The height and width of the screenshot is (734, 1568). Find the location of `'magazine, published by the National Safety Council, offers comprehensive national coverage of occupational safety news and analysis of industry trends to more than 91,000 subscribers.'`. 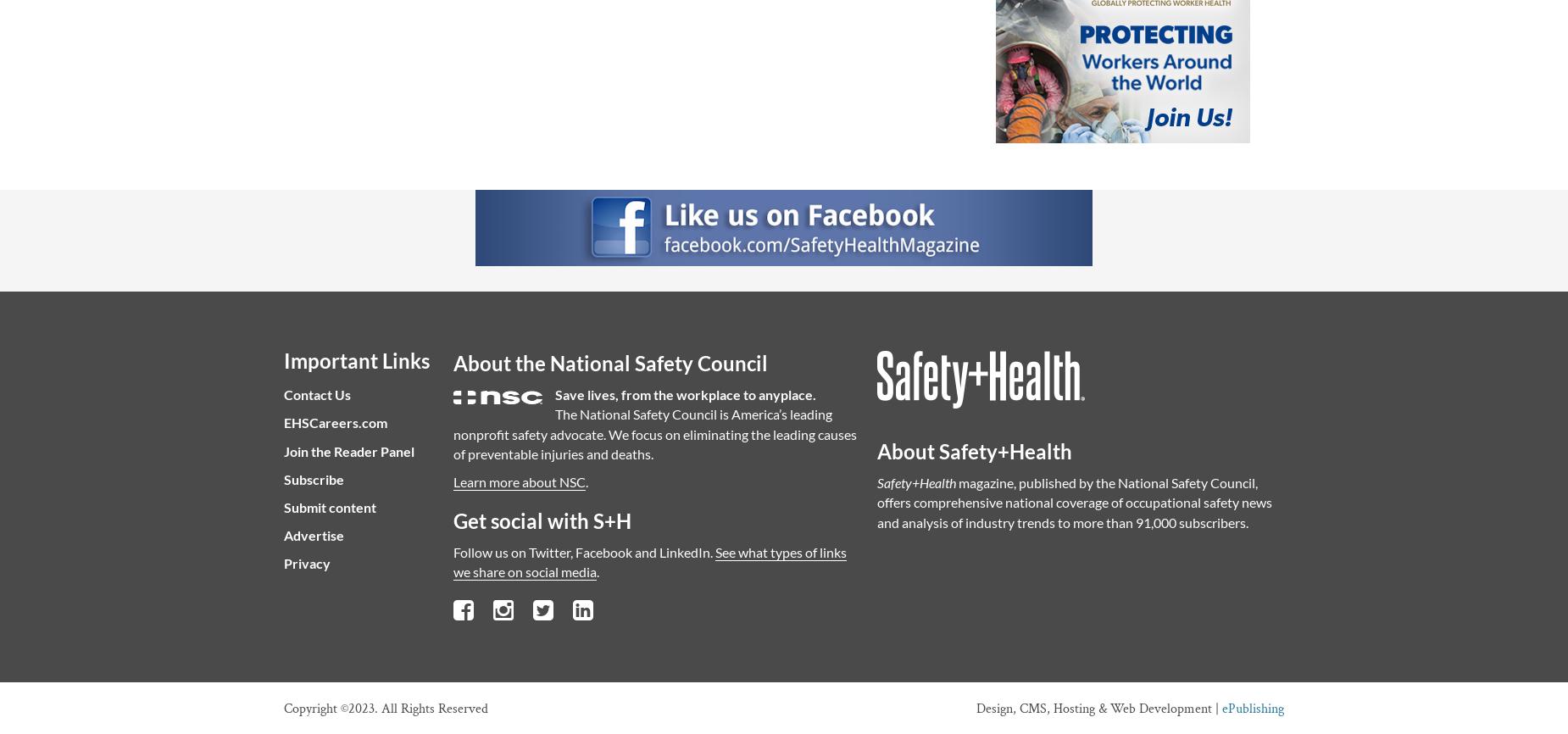

'magazine, published by the National Safety Council, offers comprehensive national coverage of occupational safety news and analysis of industry trends to more than 91,000 subscribers.' is located at coordinates (1073, 502).